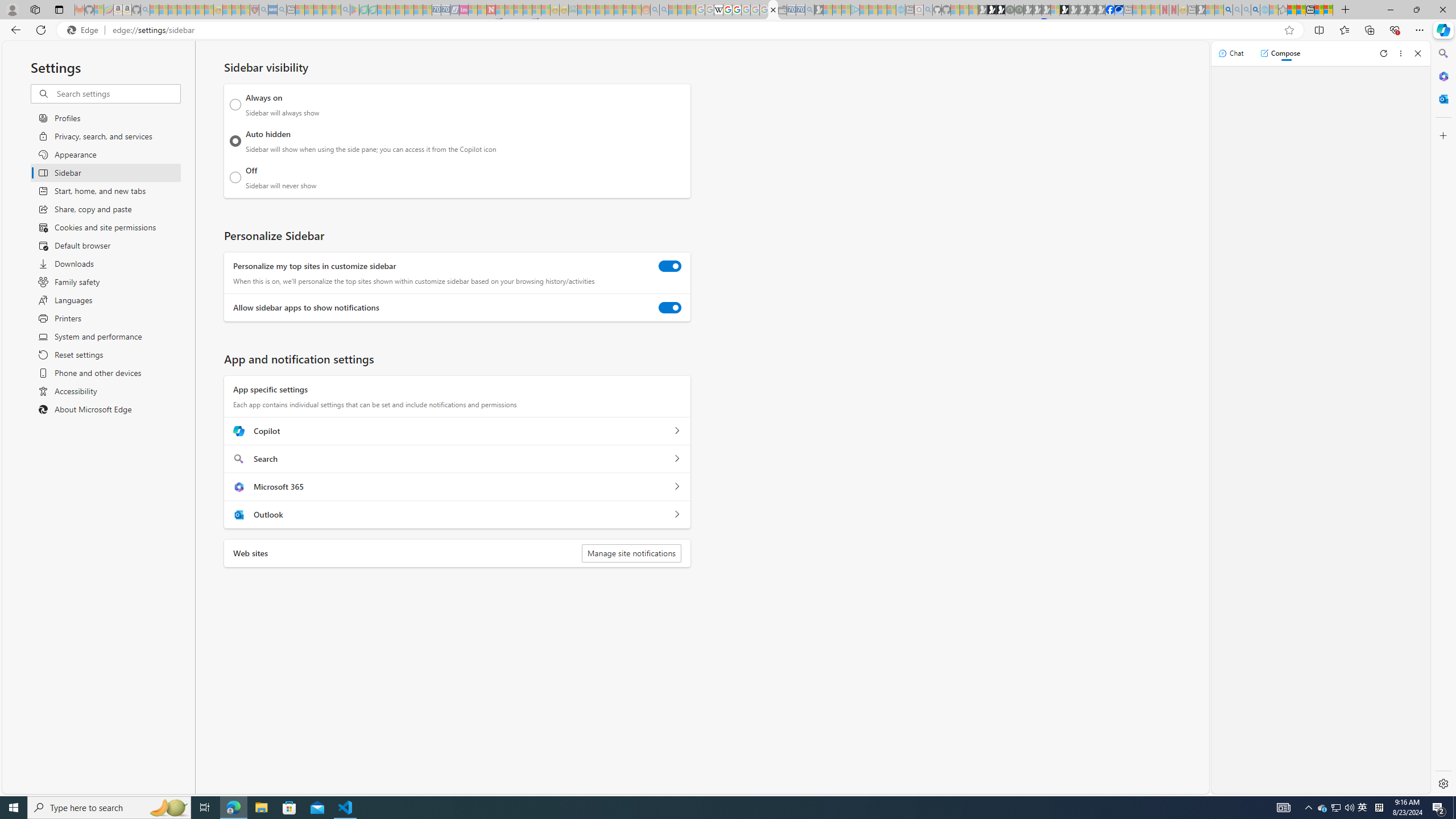  What do you see at coordinates (1256, 9) in the screenshot?
I see `'Google Chrome Internet Browser Download - Search Images'` at bounding box center [1256, 9].